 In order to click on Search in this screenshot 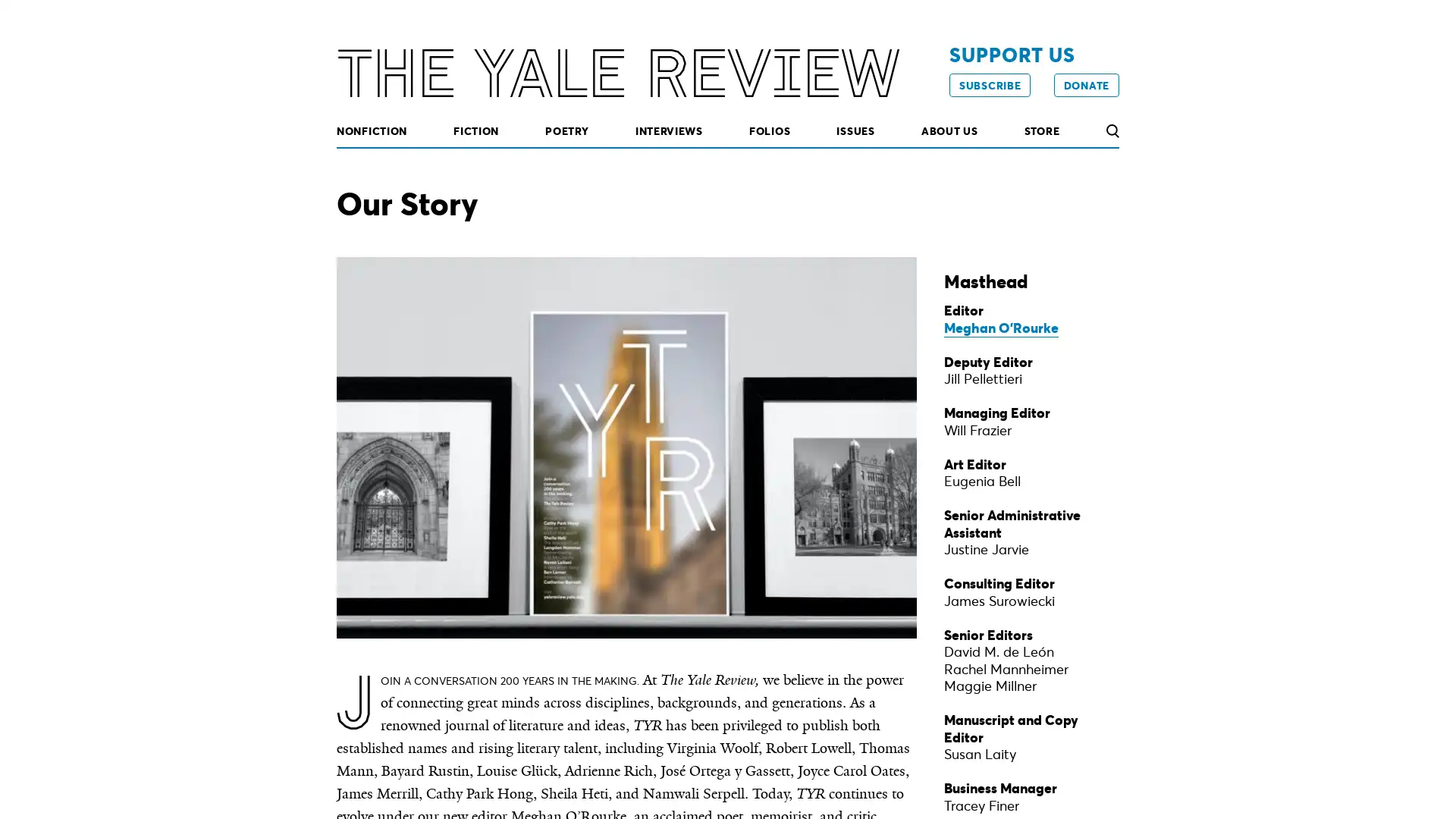, I will do `click(1112, 130)`.